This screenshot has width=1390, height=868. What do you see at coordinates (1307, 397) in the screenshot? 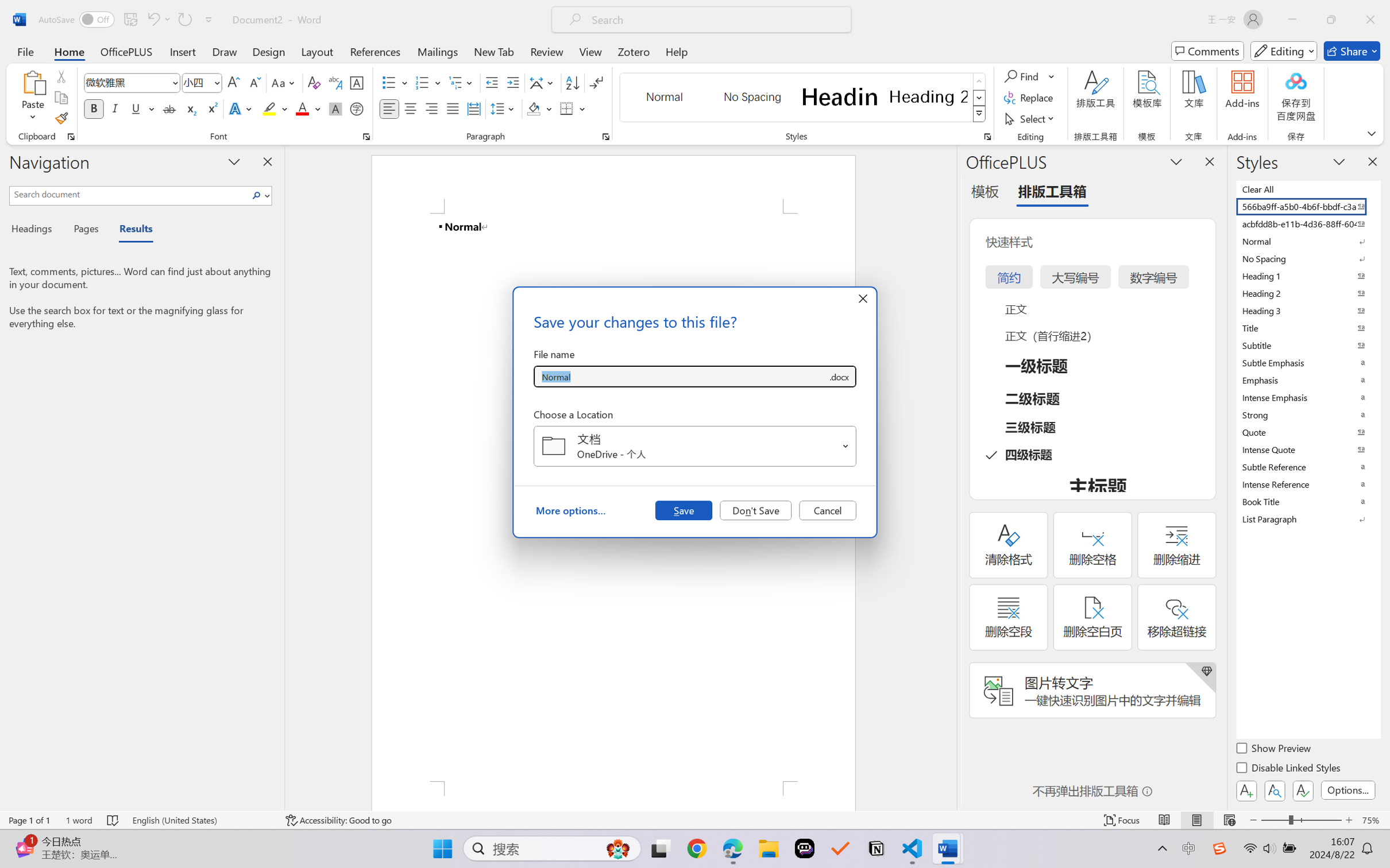
I see `'Intense Emphasis'` at bounding box center [1307, 397].